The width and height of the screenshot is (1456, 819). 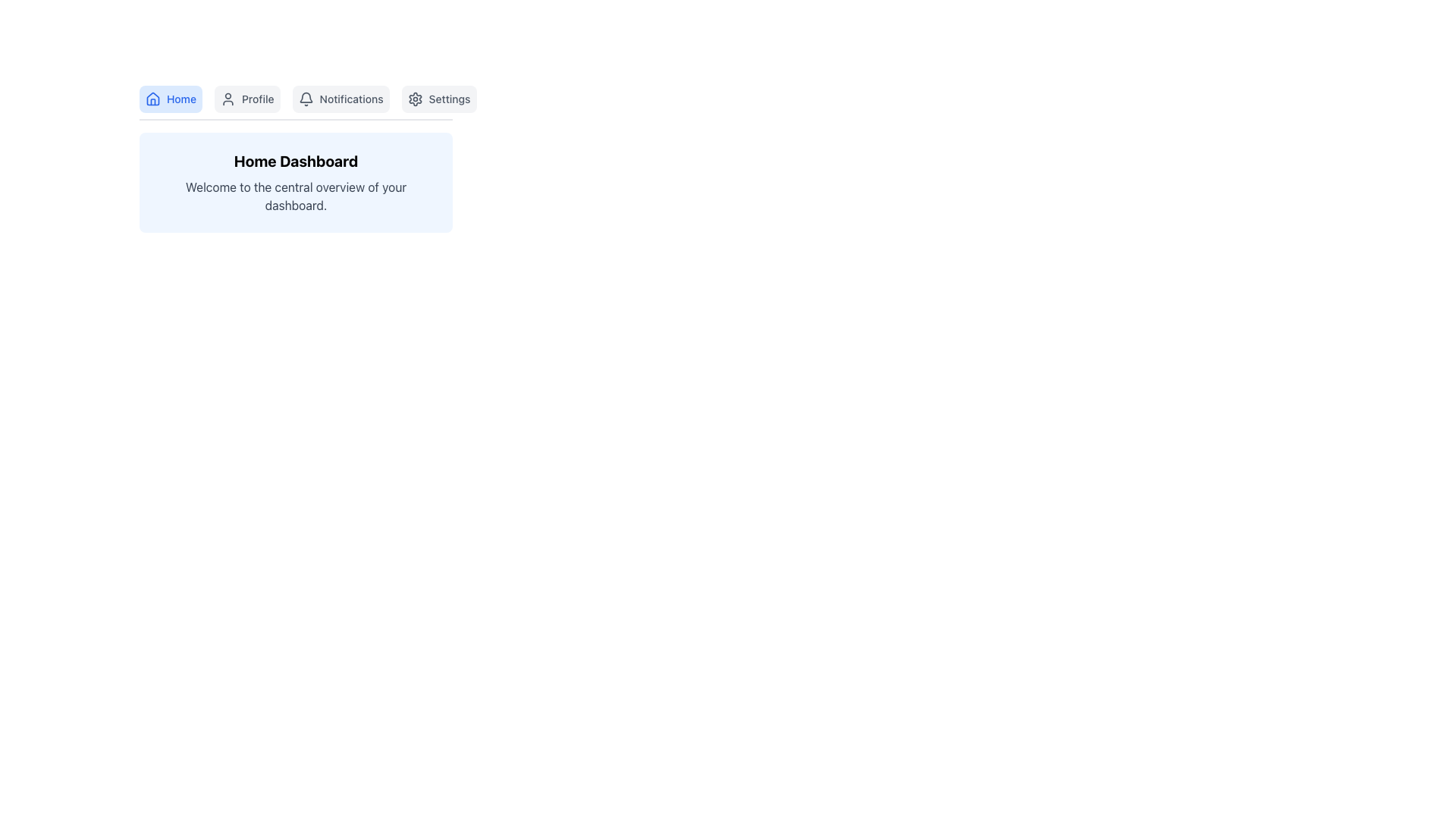 I want to click on the blue home icon located in the upper-left area of the interface, so click(x=152, y=99).